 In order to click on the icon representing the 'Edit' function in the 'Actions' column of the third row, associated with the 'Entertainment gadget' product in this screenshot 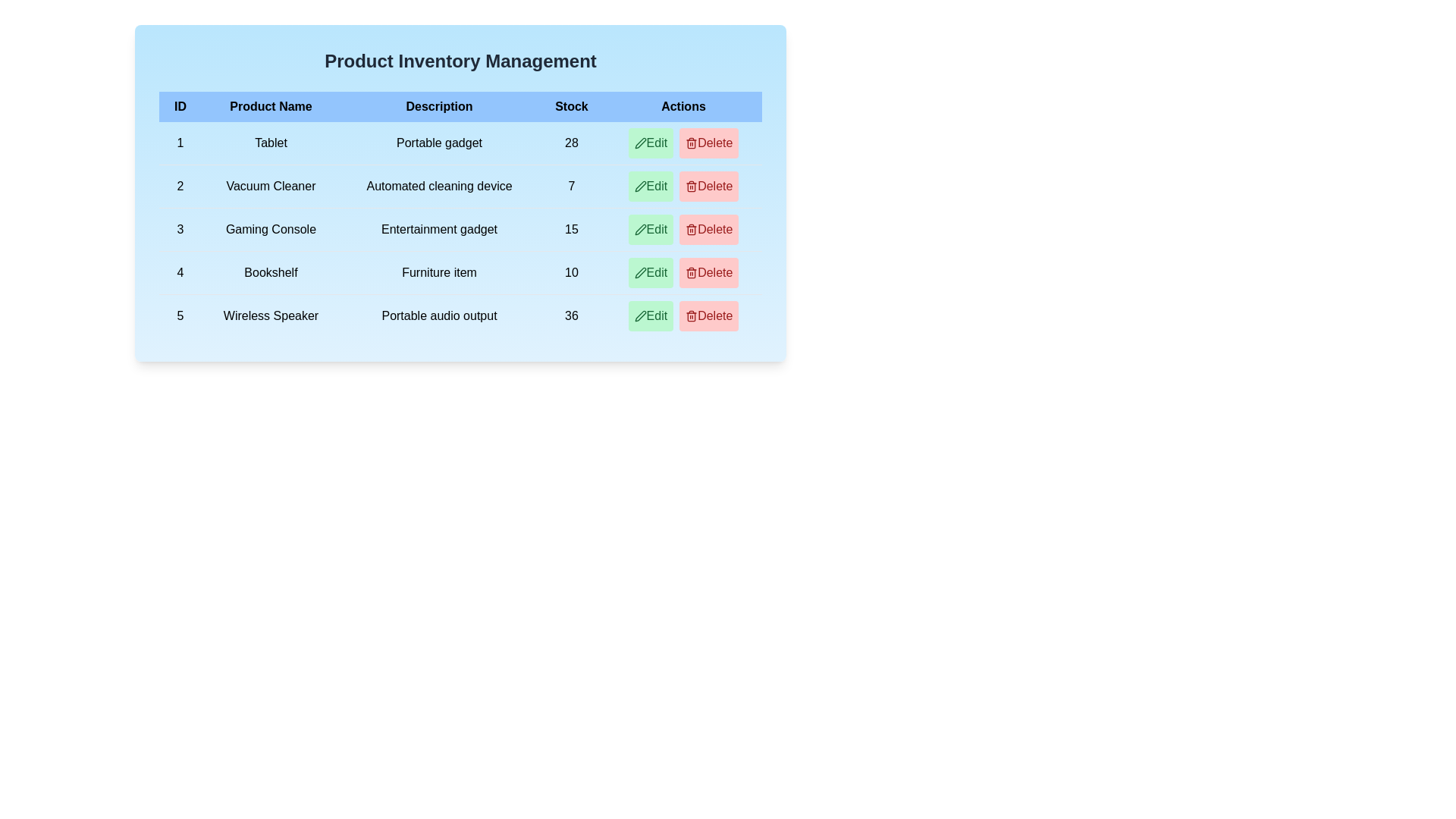, I will do `click(640, 230)`.